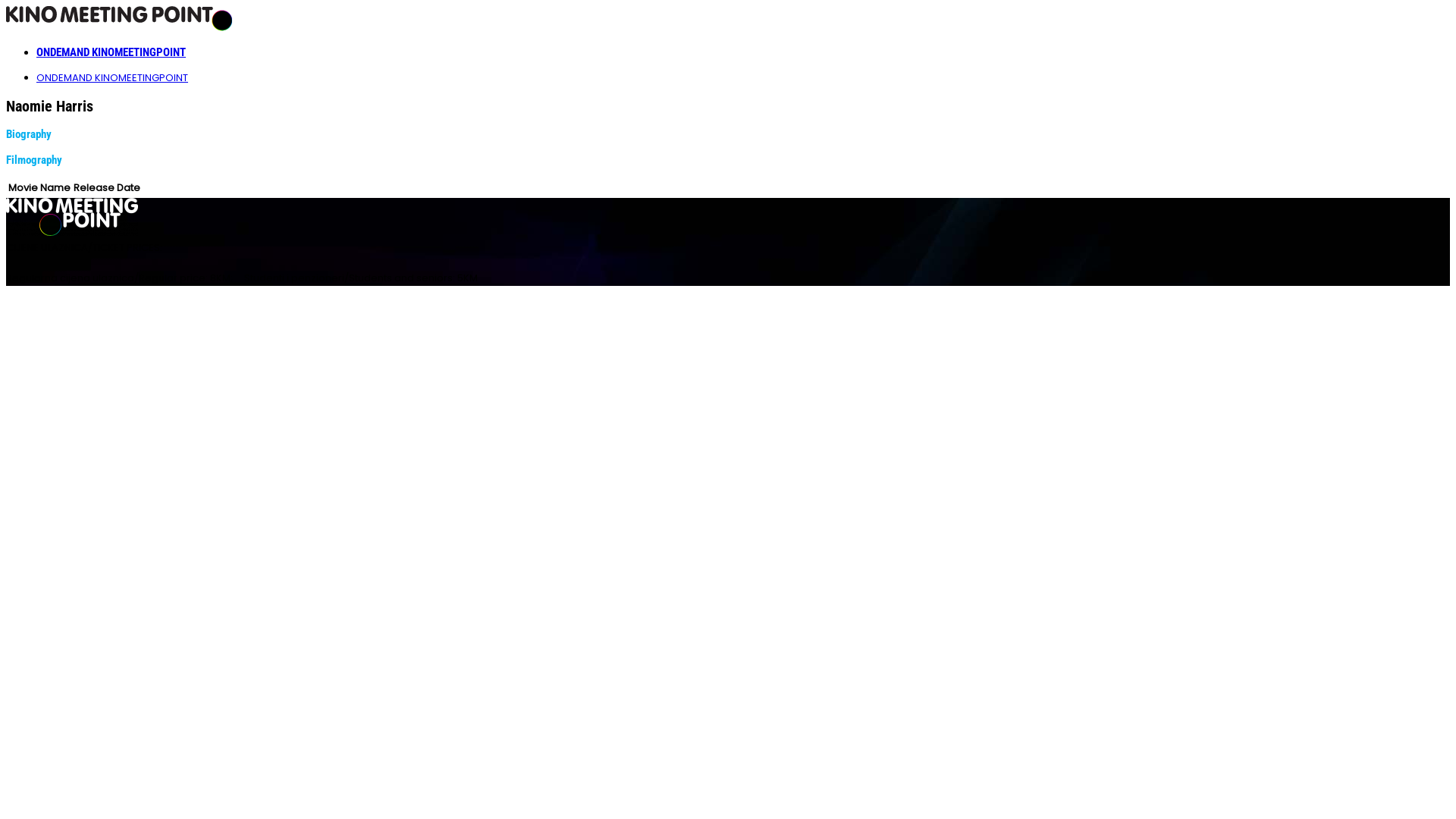  What do you see at coordinates (110, 52) in the screenshot?
I see `'ONDEMAND KINOMEETINGPOINT'` at bounding box center [110, 52].